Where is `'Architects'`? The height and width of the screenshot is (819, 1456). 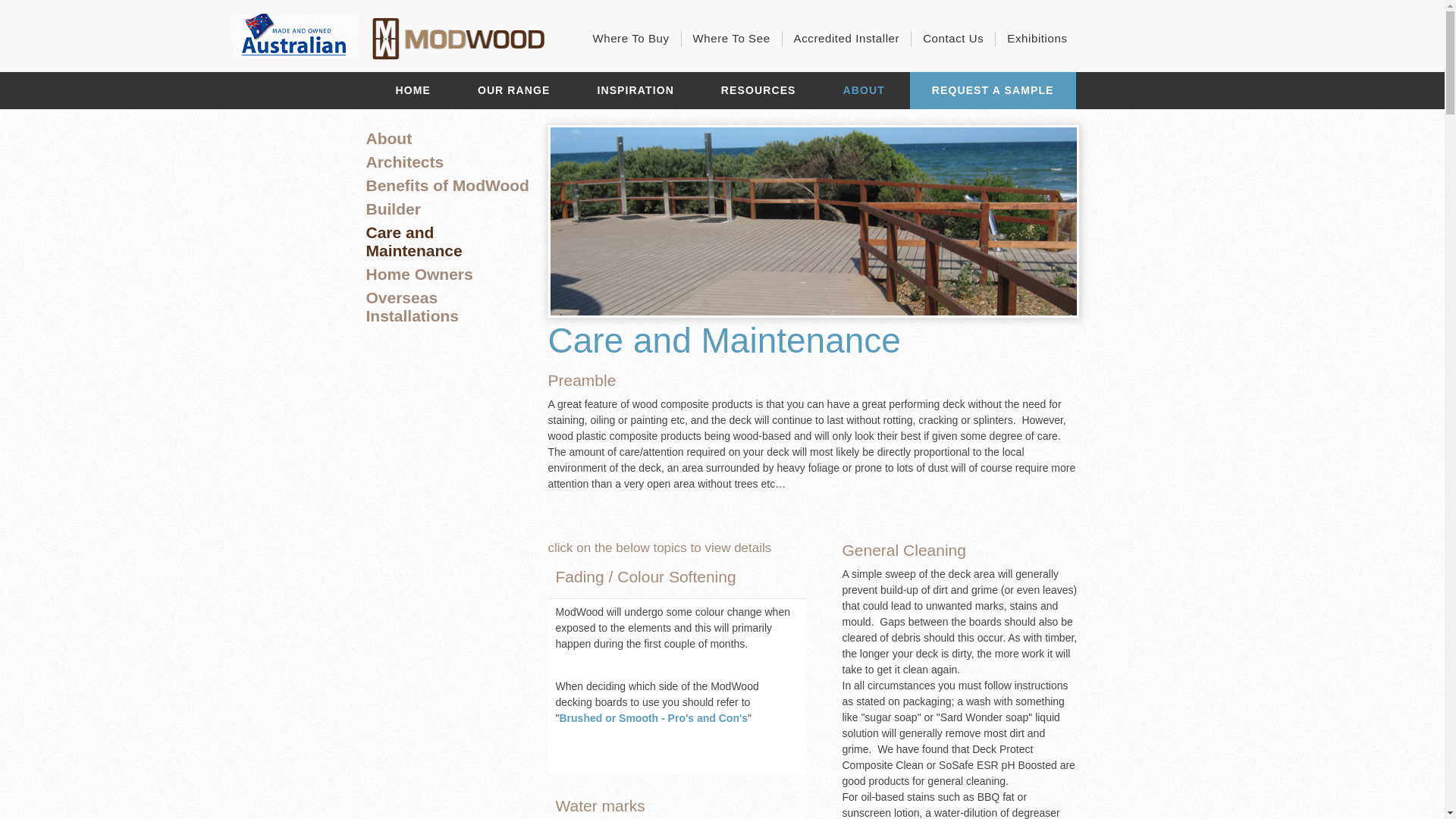 'Architects' is located at coordinates (365, 162).